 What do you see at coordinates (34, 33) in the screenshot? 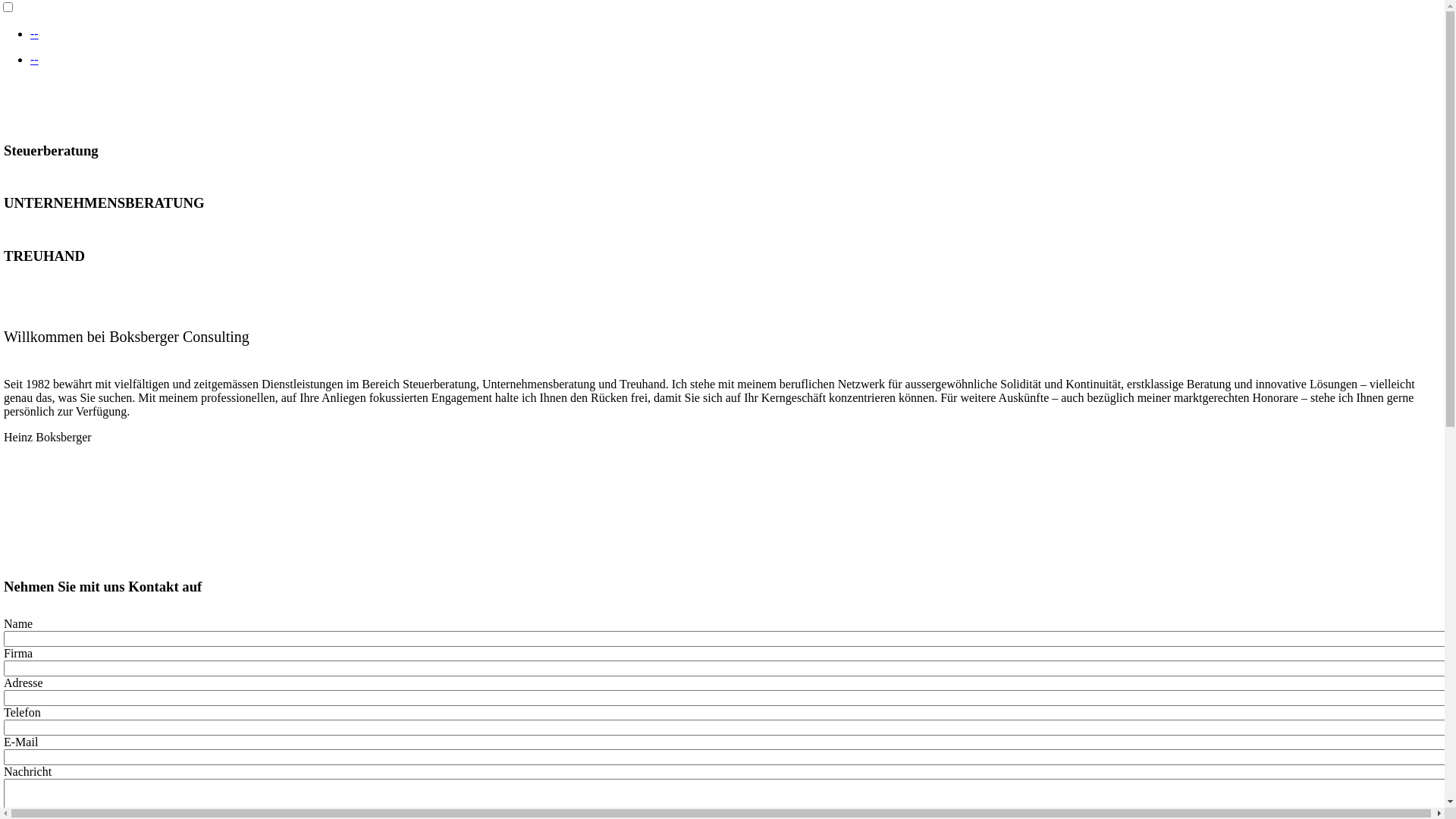
I see `'--'` at bounding box center [34, 33].